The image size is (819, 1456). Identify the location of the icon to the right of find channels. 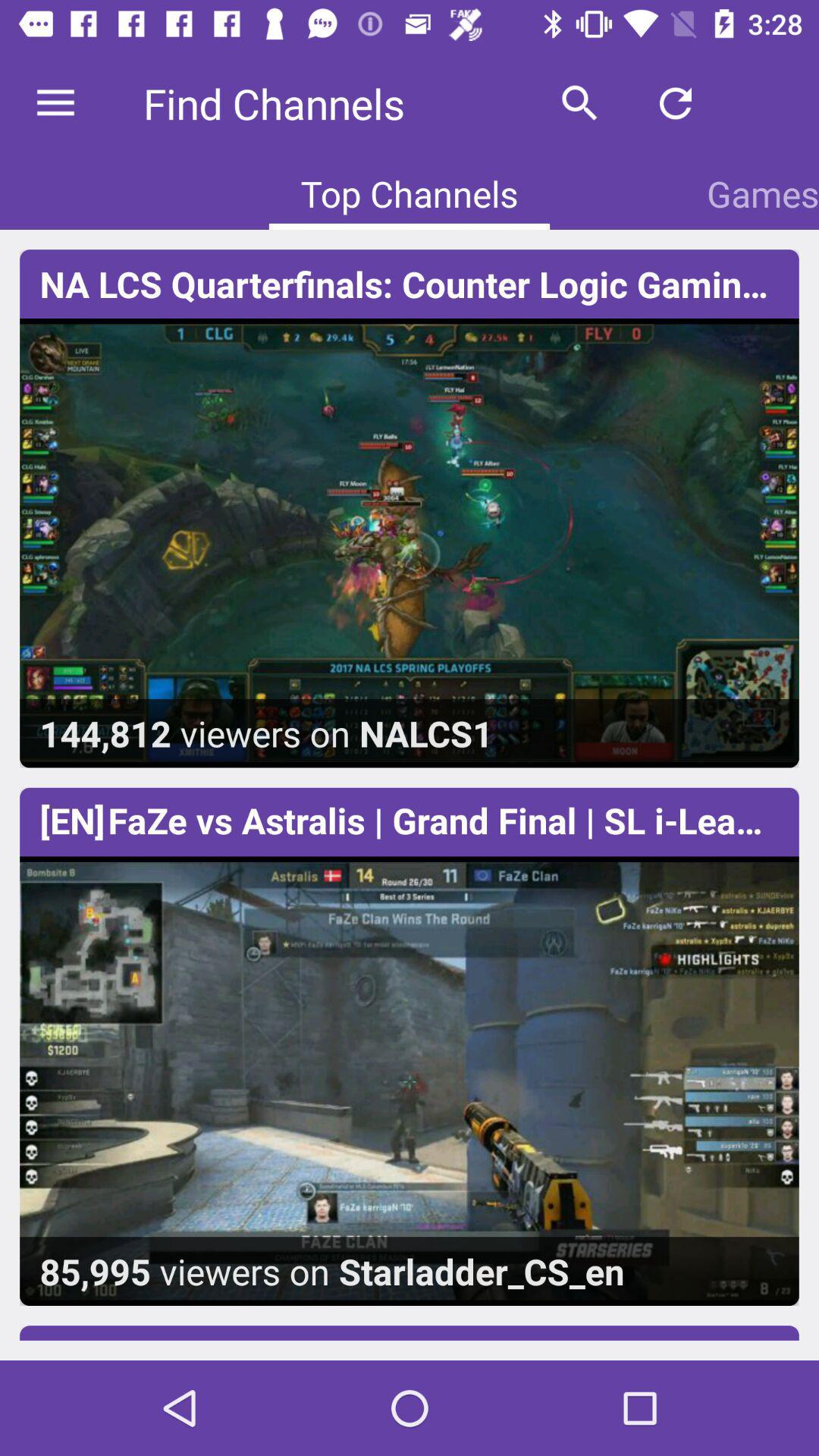
(579, 102).